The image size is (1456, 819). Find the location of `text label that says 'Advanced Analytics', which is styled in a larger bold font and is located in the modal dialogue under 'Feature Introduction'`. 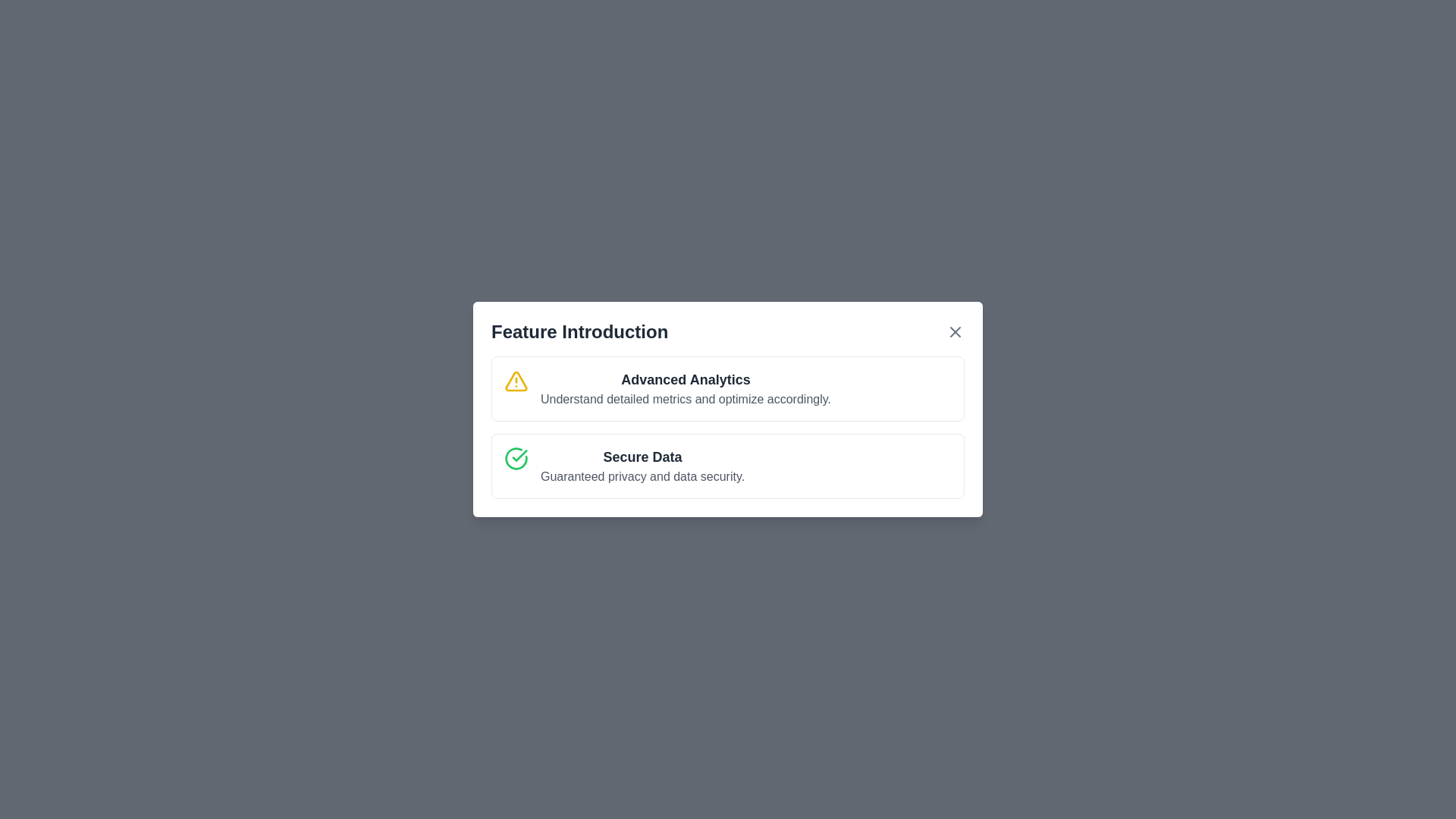

text label that says 'Advanced Analytics', which is styled in a larger bold font and is located in the modal dialogue under 'Feature Introduction' is located at coordinates (685, 379).